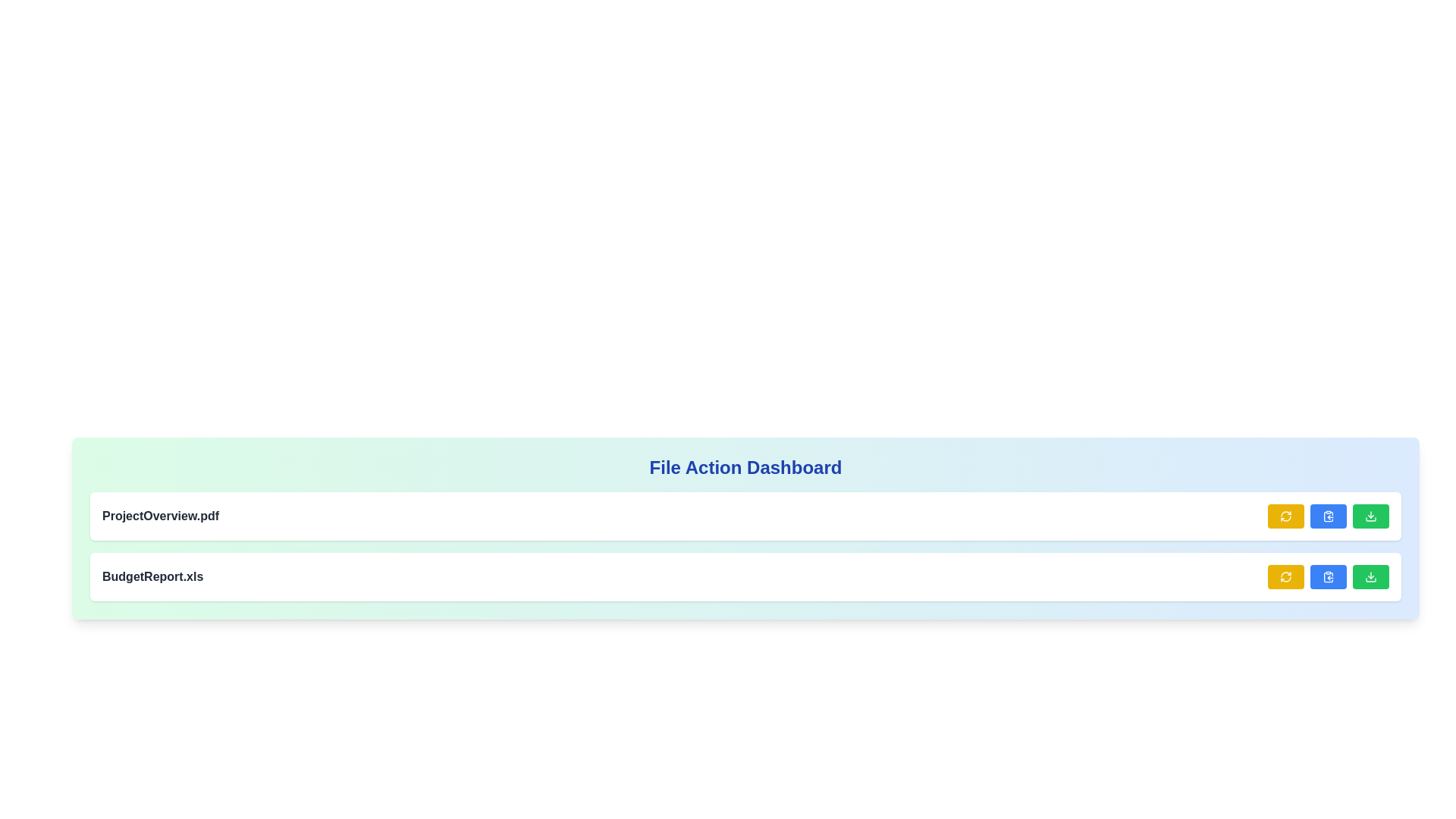 The image size is (1456, 819). What do you see at coordinates (1285, 576) in the screenshot?
I see `the refresh Icon button located on the yellow background` at bounding box center [1285, 576].